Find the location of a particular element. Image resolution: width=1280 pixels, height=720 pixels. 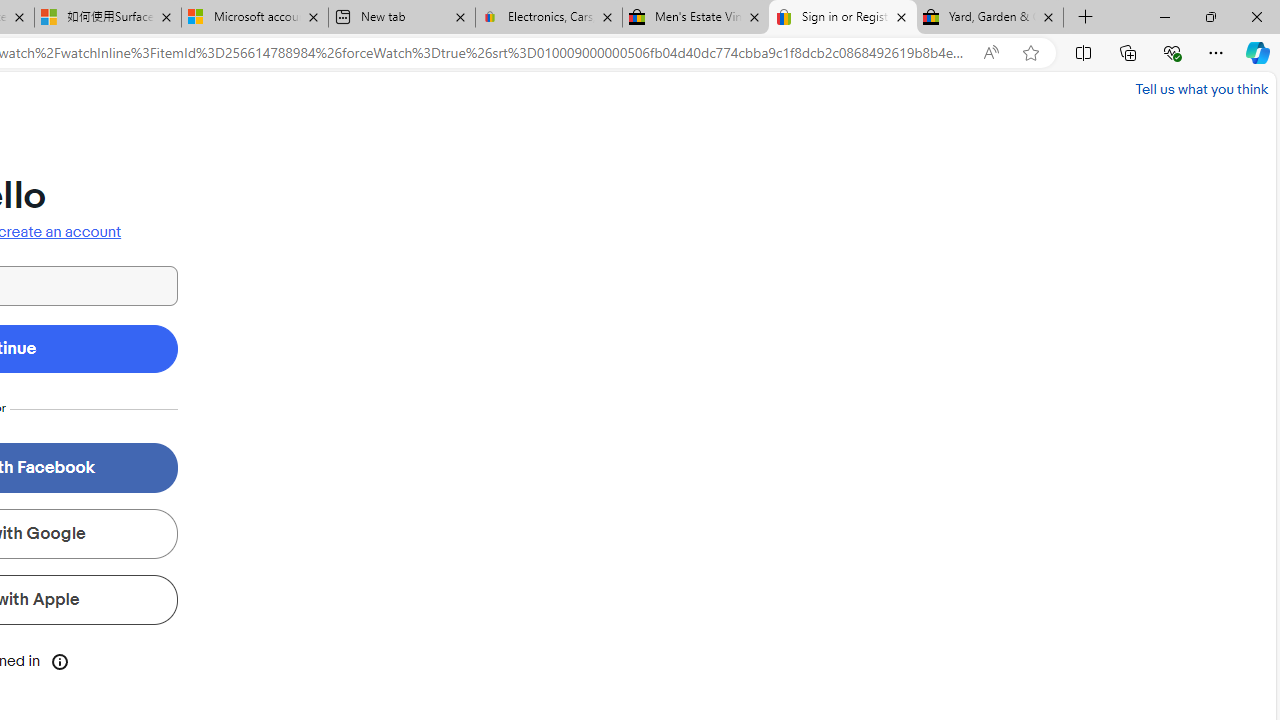

'Sign in or Register | eBay' is located at coordinates (843, 17).